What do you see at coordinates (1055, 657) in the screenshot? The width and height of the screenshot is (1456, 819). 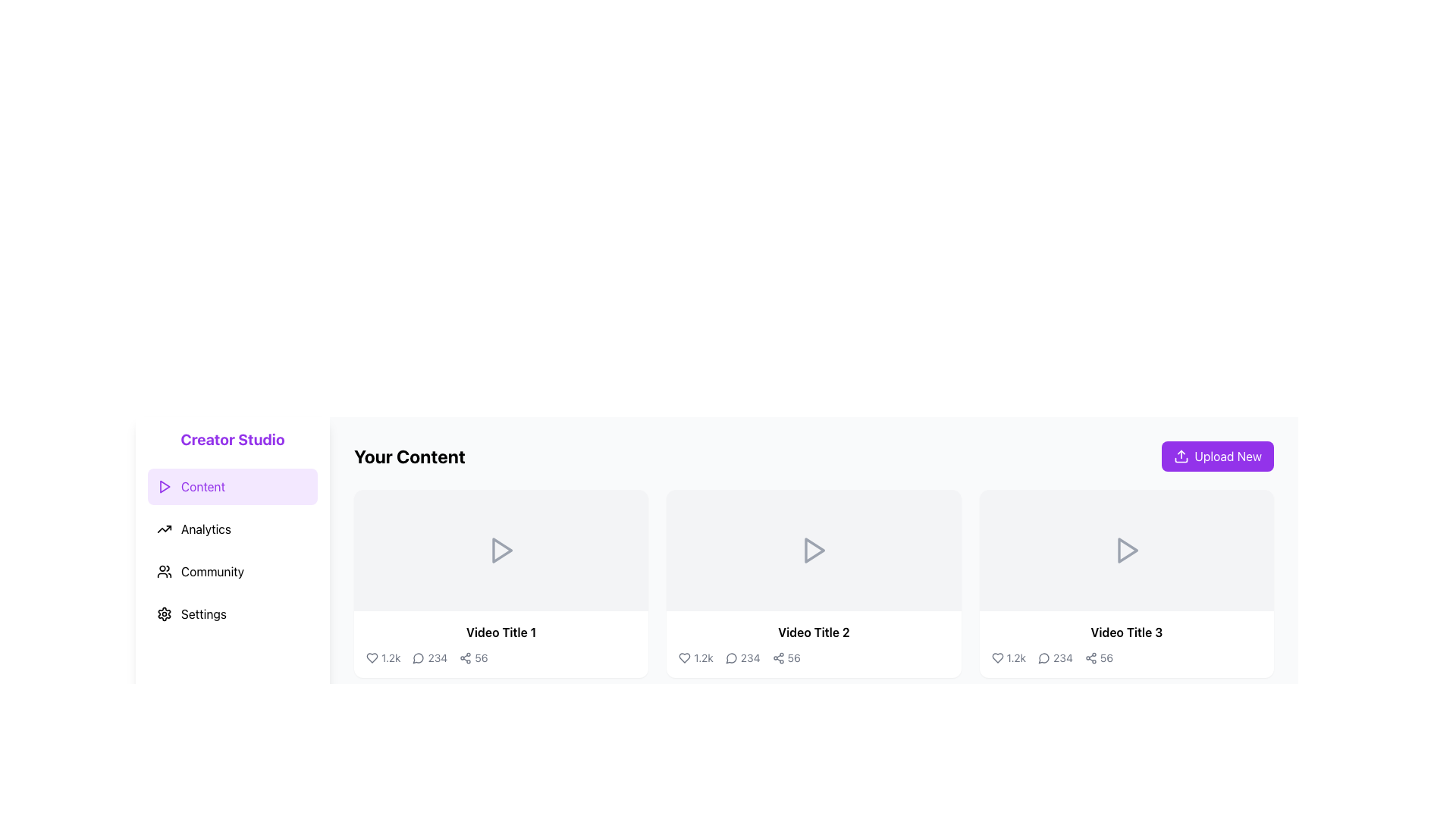 I see `the comment count display, which consists of a comment icon and the number '234', located beneath 'Video Title 3' in the middle-right section of the interface` at bounding box center [1055, 657].